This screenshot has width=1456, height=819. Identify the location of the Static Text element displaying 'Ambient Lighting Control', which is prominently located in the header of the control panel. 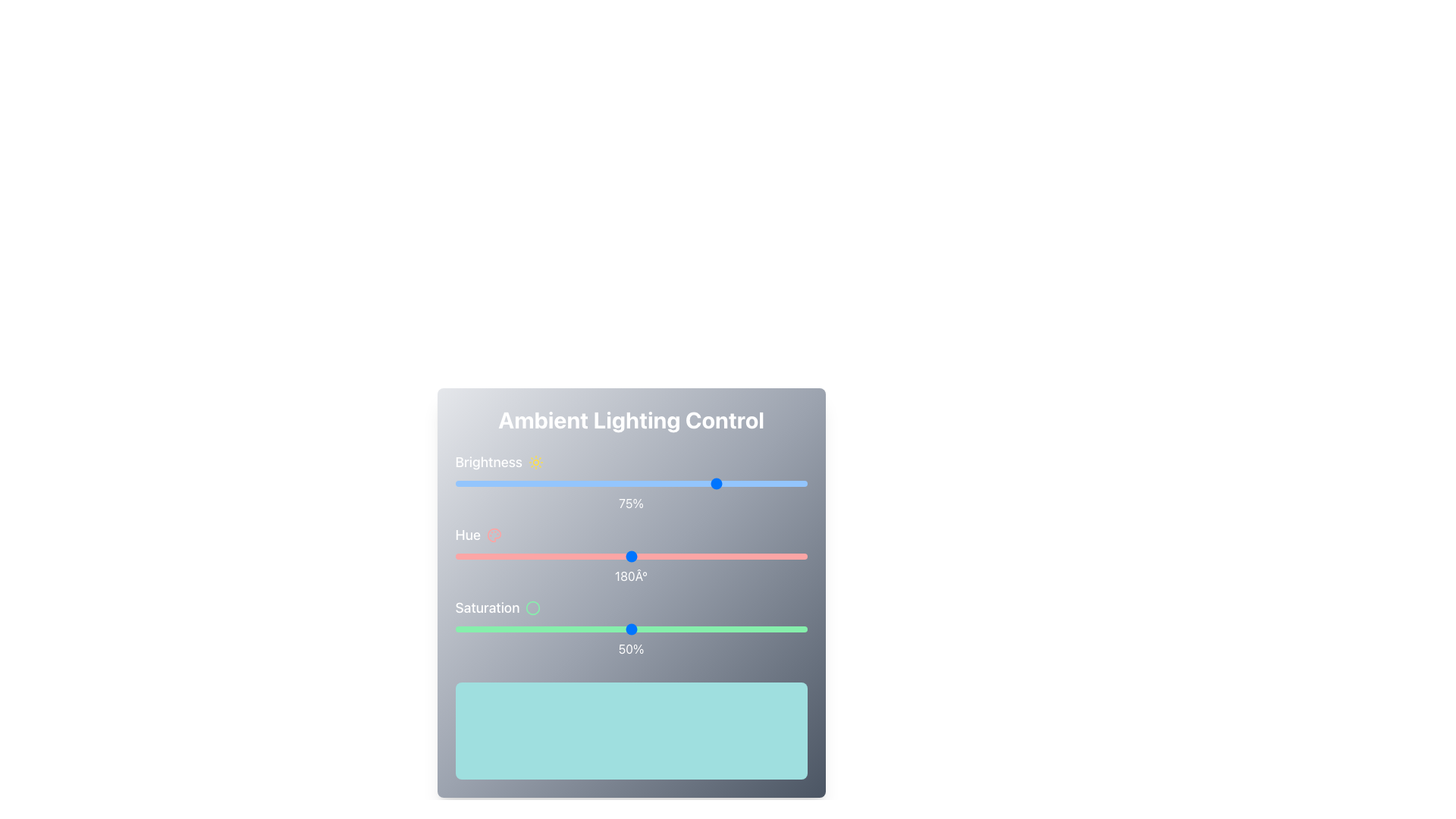
(631, 420).